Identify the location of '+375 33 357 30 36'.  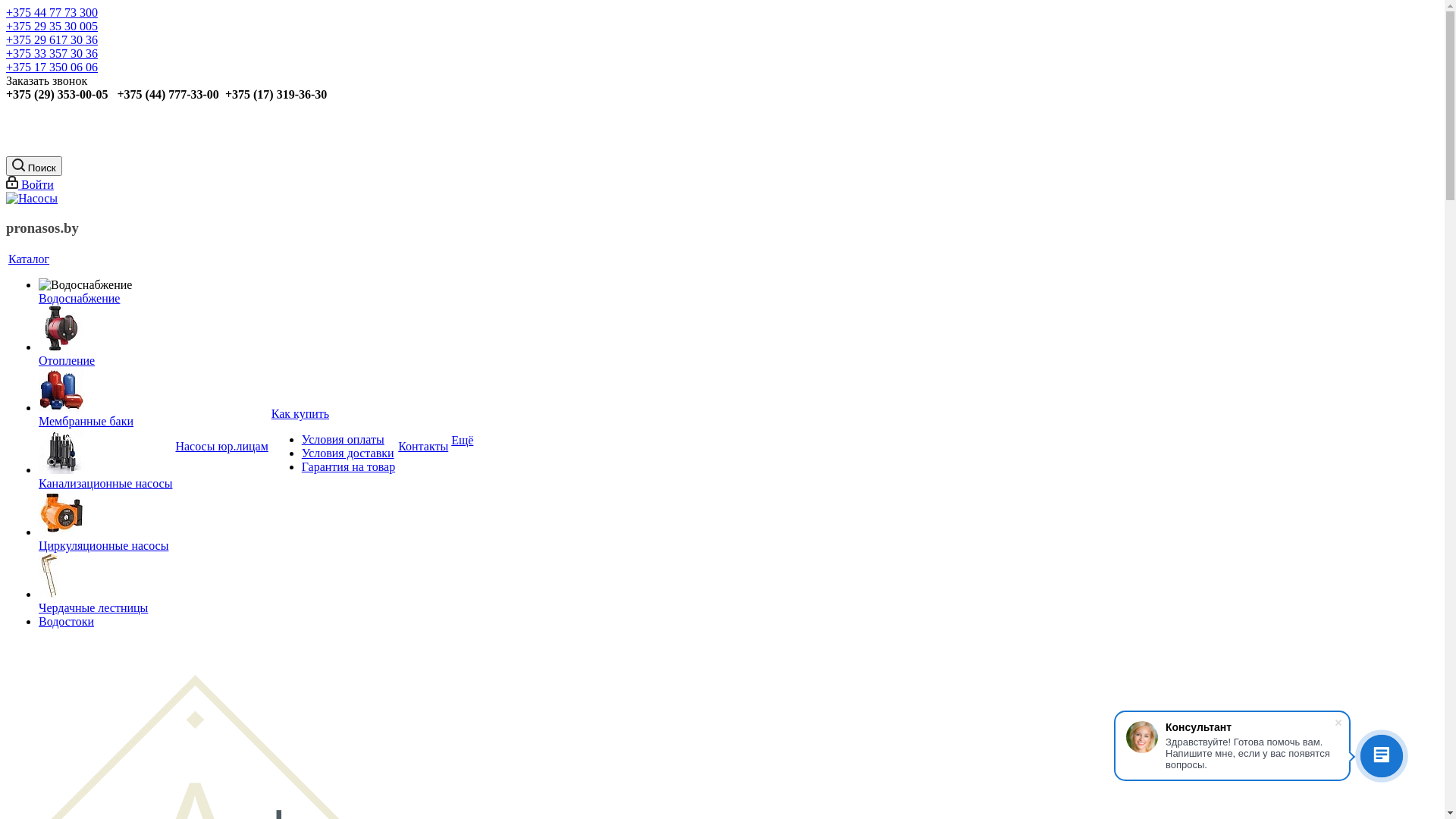
(52, 52).